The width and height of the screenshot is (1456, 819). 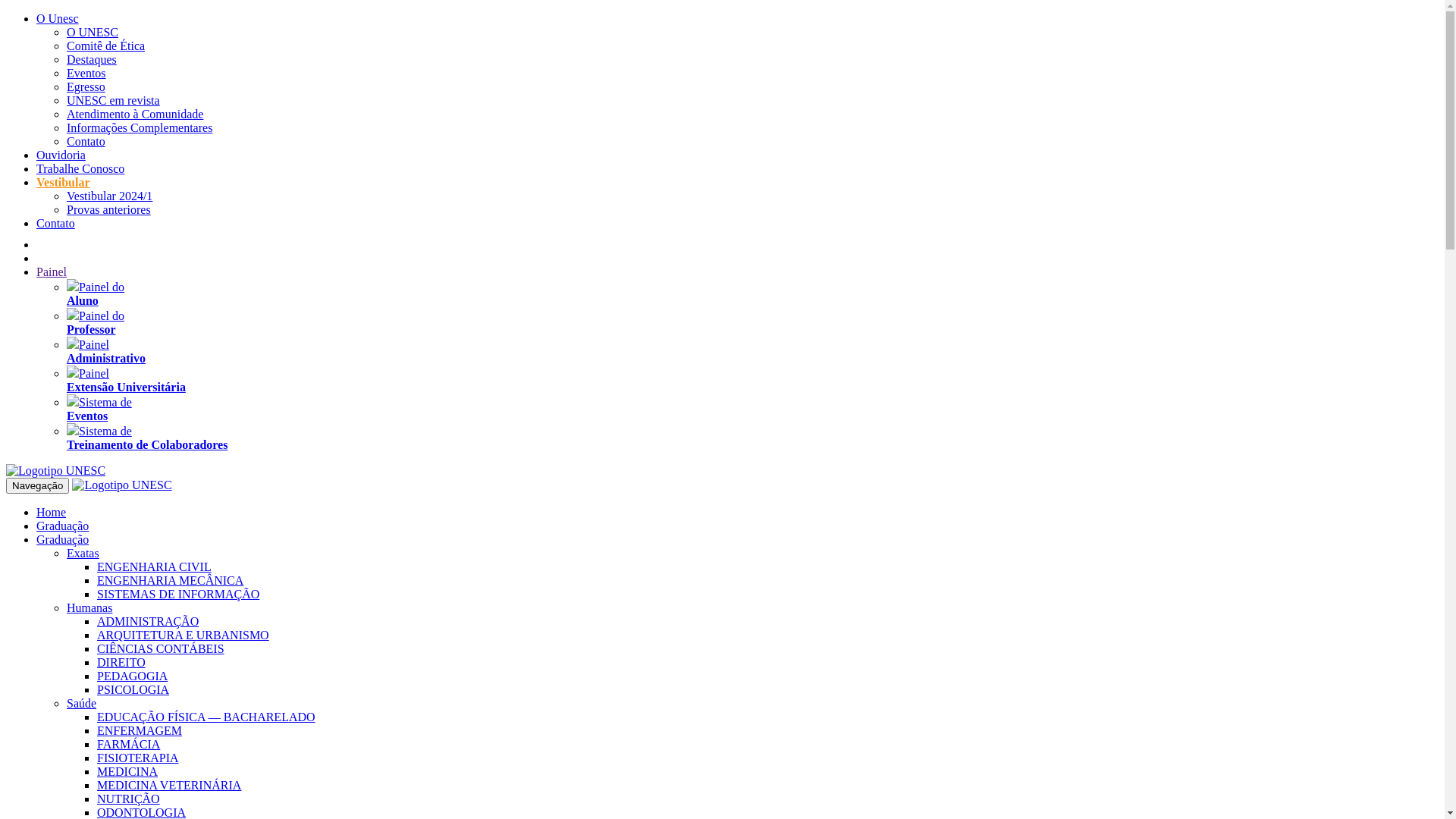 I want to click on 'Vestibular 2024/1', so click(x=65, y=195).